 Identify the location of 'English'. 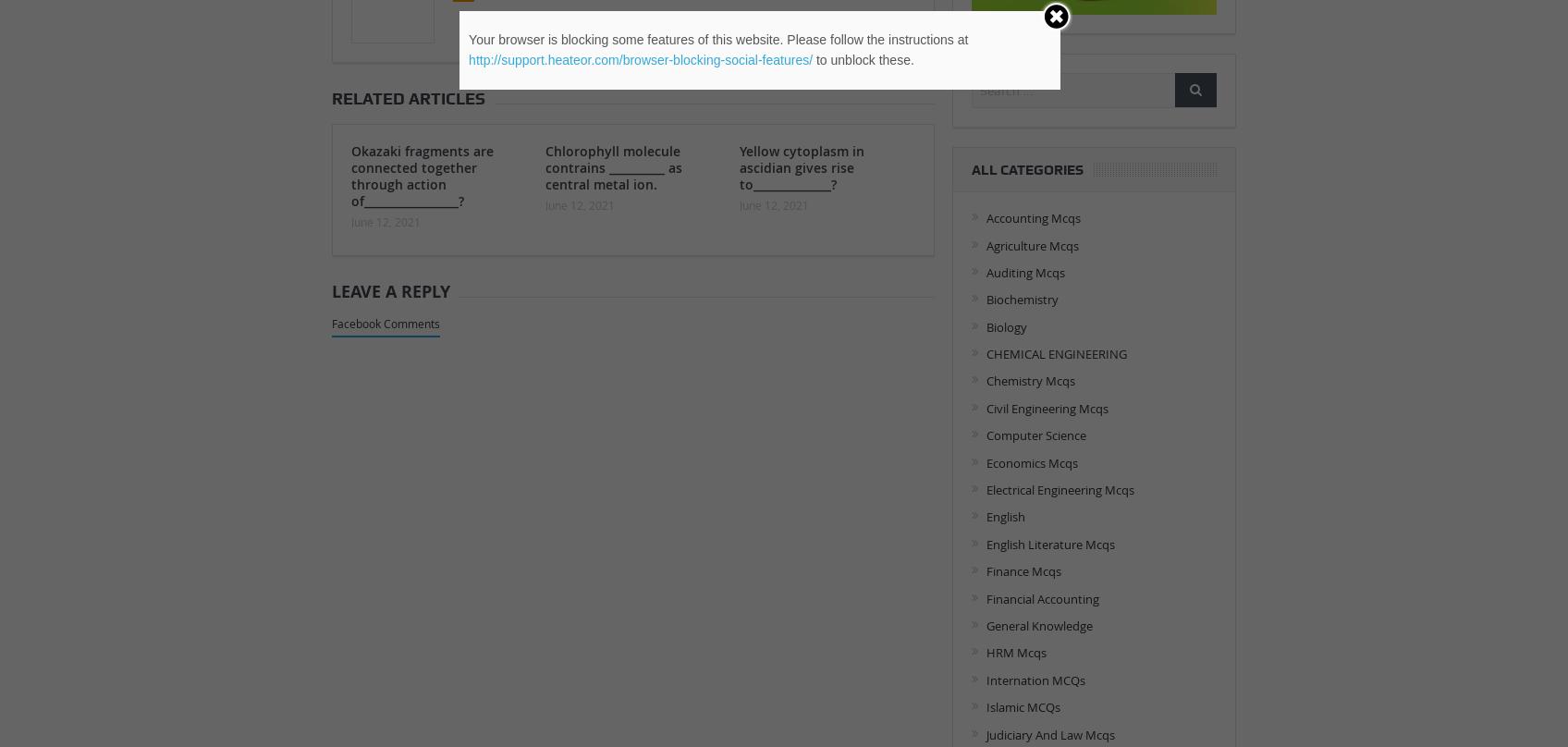
(1004, 515).